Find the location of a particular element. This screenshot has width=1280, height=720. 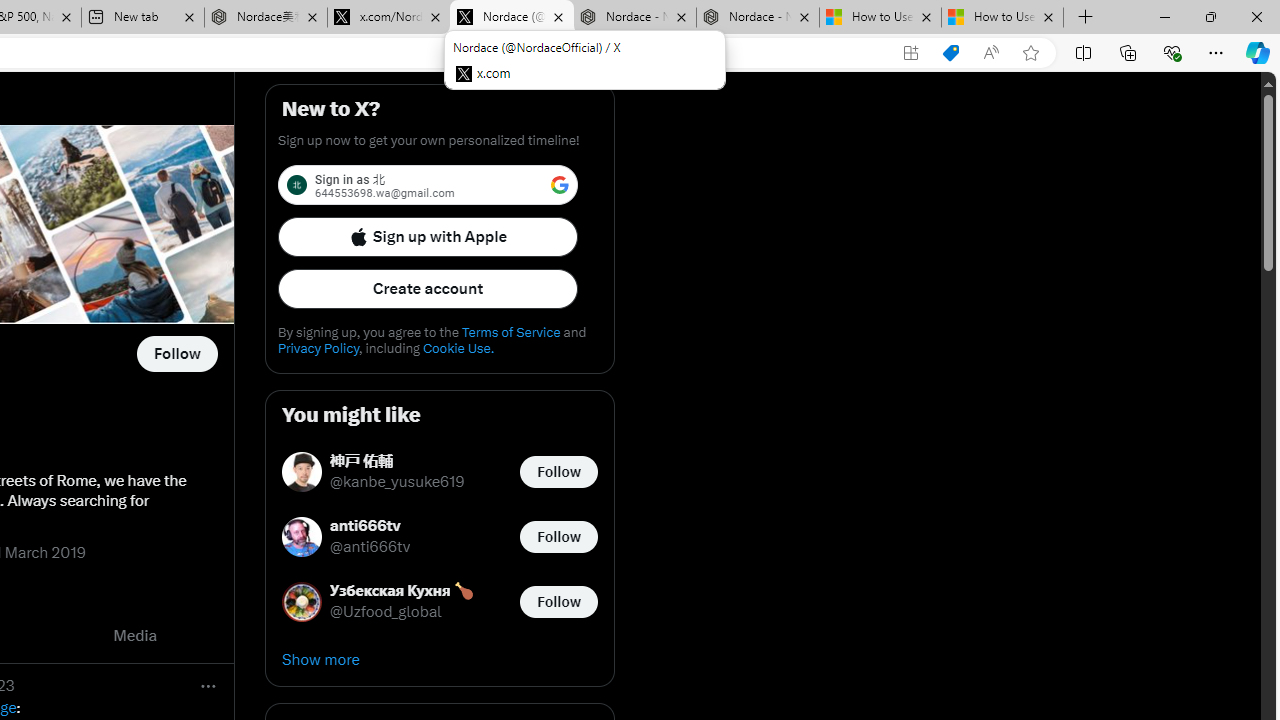

'App available. Install X' is located at coordinates (909, 52).